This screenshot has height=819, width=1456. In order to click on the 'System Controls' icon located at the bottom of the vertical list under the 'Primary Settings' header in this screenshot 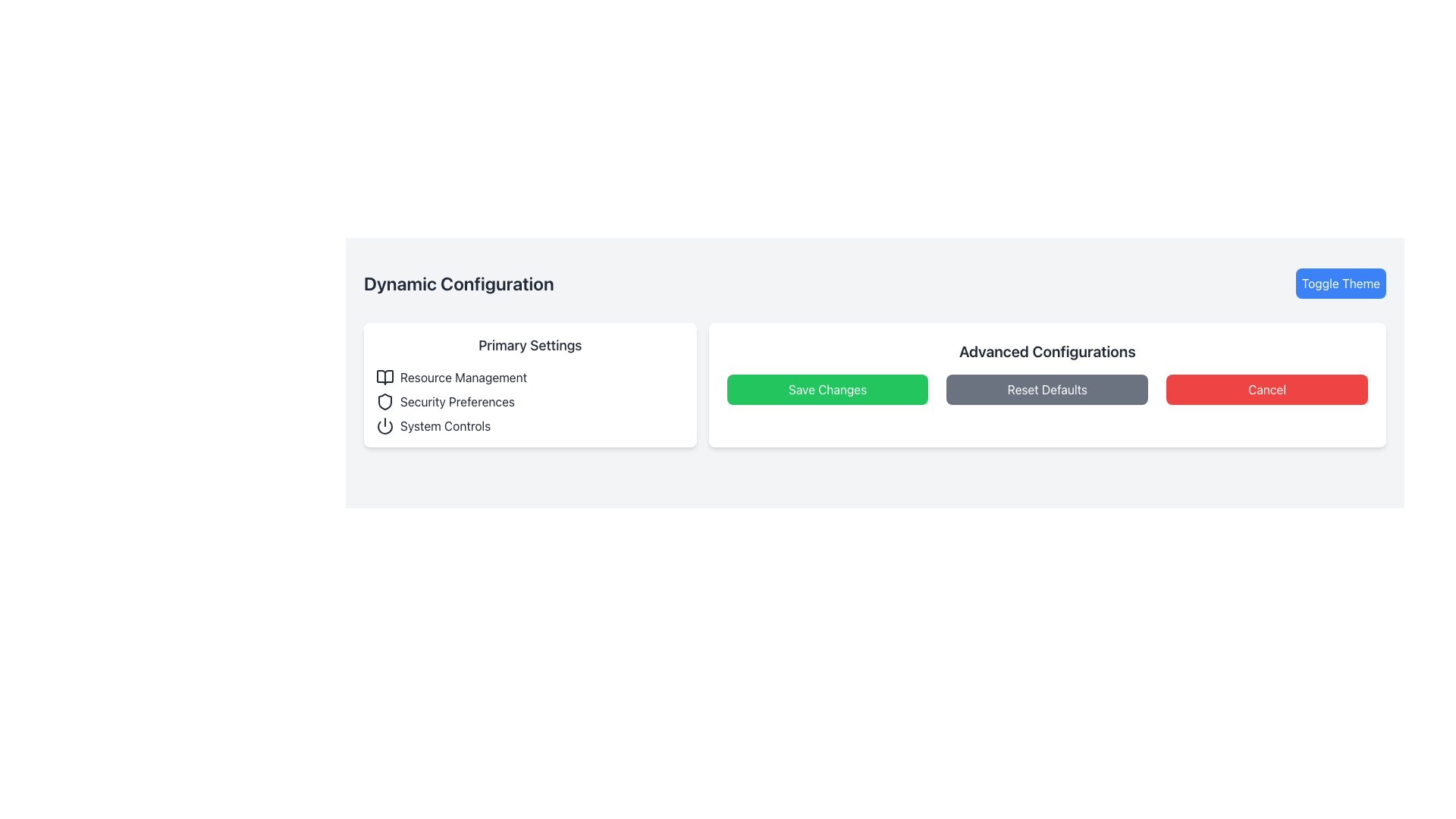, I will do `click(385, 426)`.